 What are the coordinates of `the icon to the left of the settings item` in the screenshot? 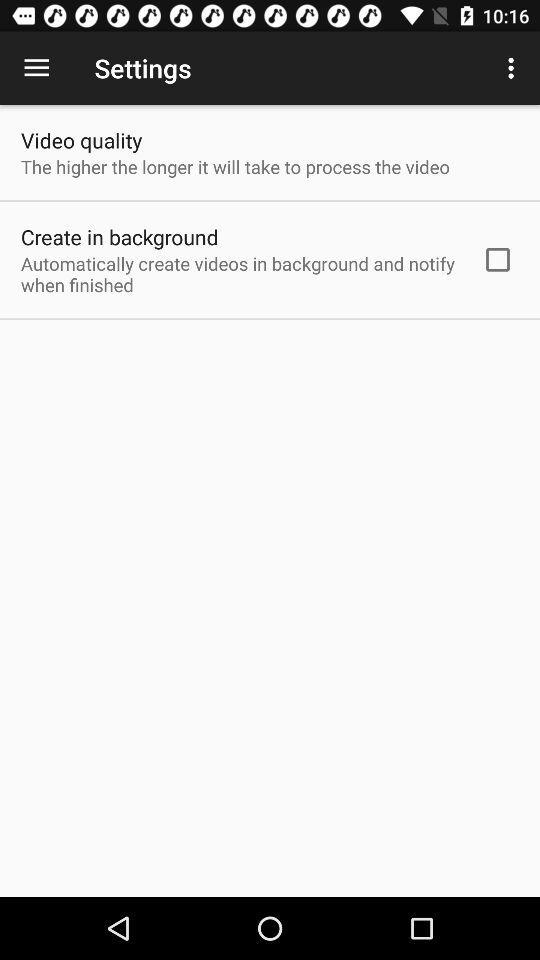 It's located at (36, 68).